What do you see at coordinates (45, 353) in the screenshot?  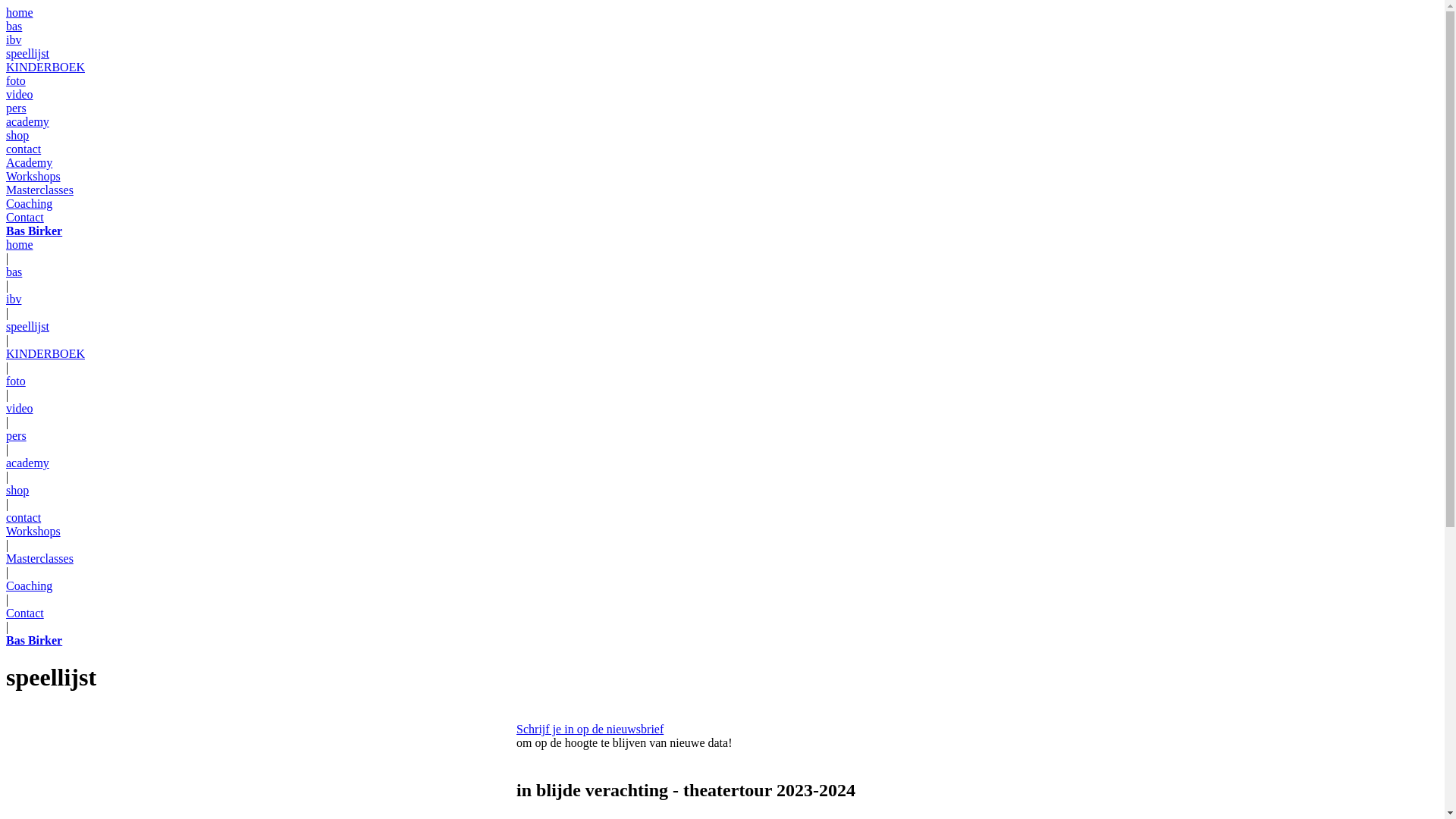 I see `'KINDERBOEK'` at bounding box center [45, 353].